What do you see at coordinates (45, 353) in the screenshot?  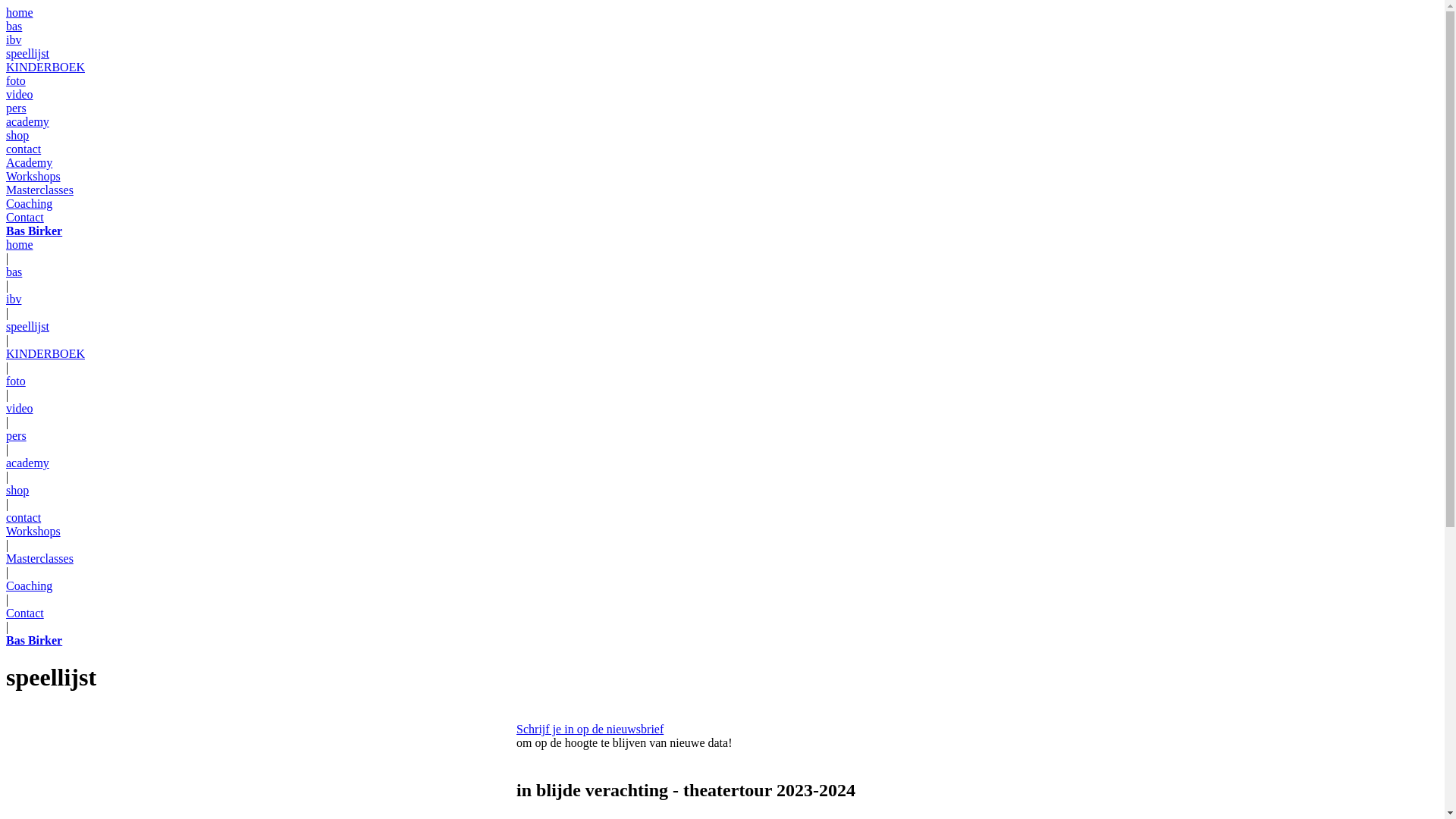 I see `'KINDERBOEK'` at bounding box center [45, 353].